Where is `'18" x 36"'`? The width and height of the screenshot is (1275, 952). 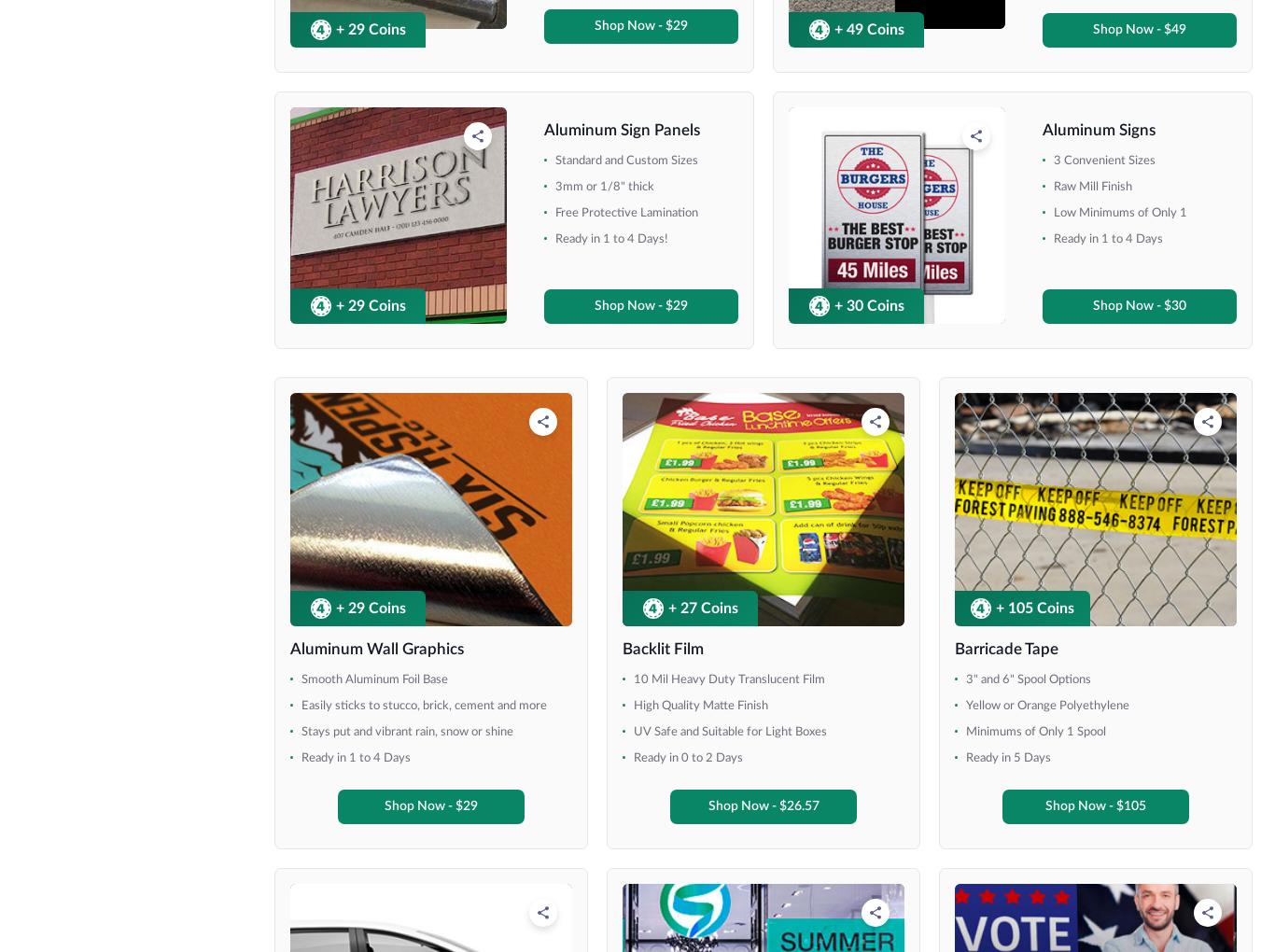
'18" x 36"' is located at coordinates (77, 11).